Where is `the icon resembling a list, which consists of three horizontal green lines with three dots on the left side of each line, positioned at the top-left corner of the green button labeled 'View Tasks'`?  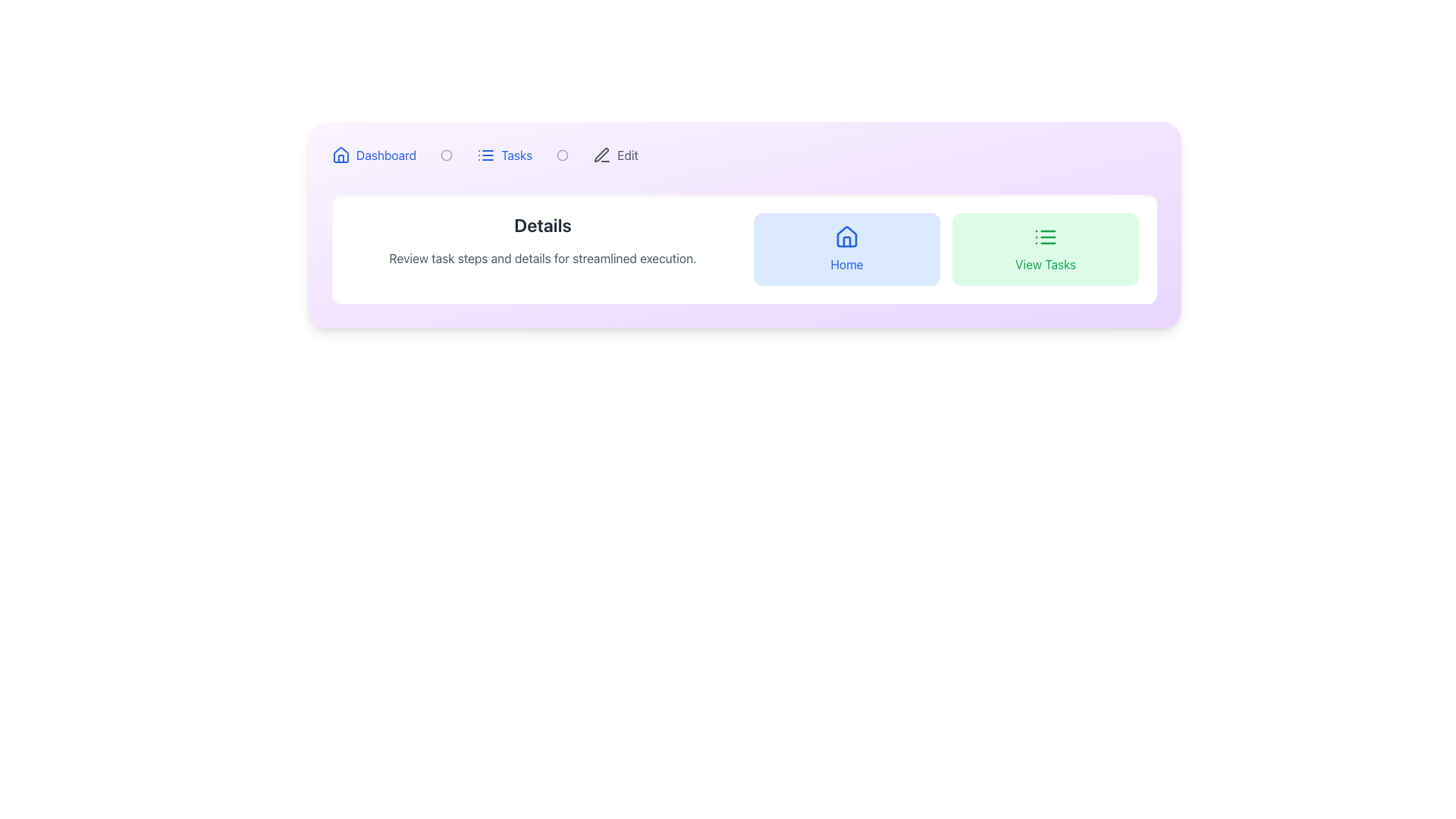 the icon resembling a list, which consists of three horizontal green lines with three dots on the left side of each line, positioned at the top-left corner of the green button labeled 'View Tasks' is located at coordinates (1044, 237).